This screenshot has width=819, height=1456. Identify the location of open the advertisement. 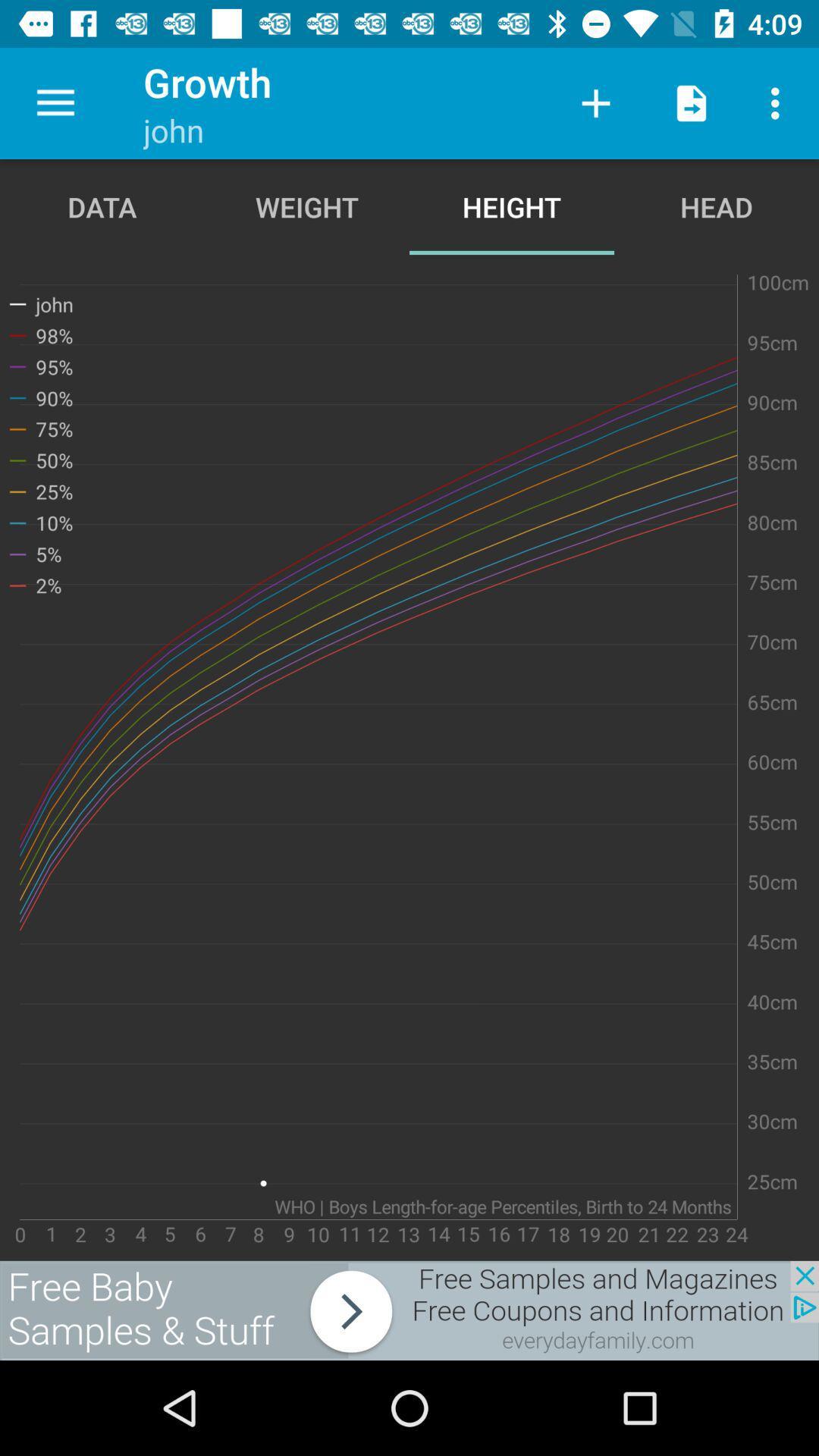
(409, 1310).